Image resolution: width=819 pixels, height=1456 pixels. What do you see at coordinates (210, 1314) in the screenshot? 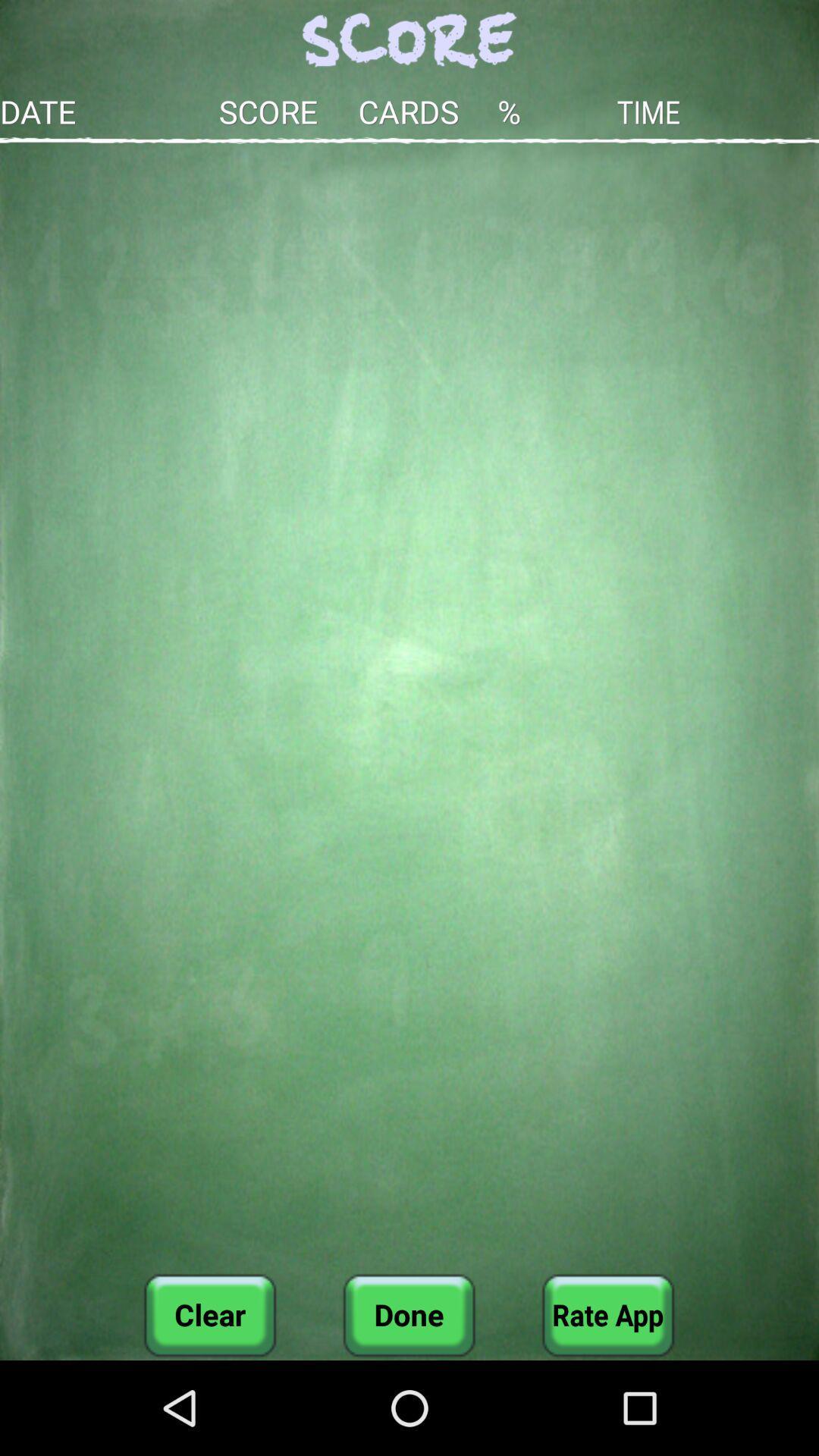
I see `icon next to done` at bounding box center [210, 1314].